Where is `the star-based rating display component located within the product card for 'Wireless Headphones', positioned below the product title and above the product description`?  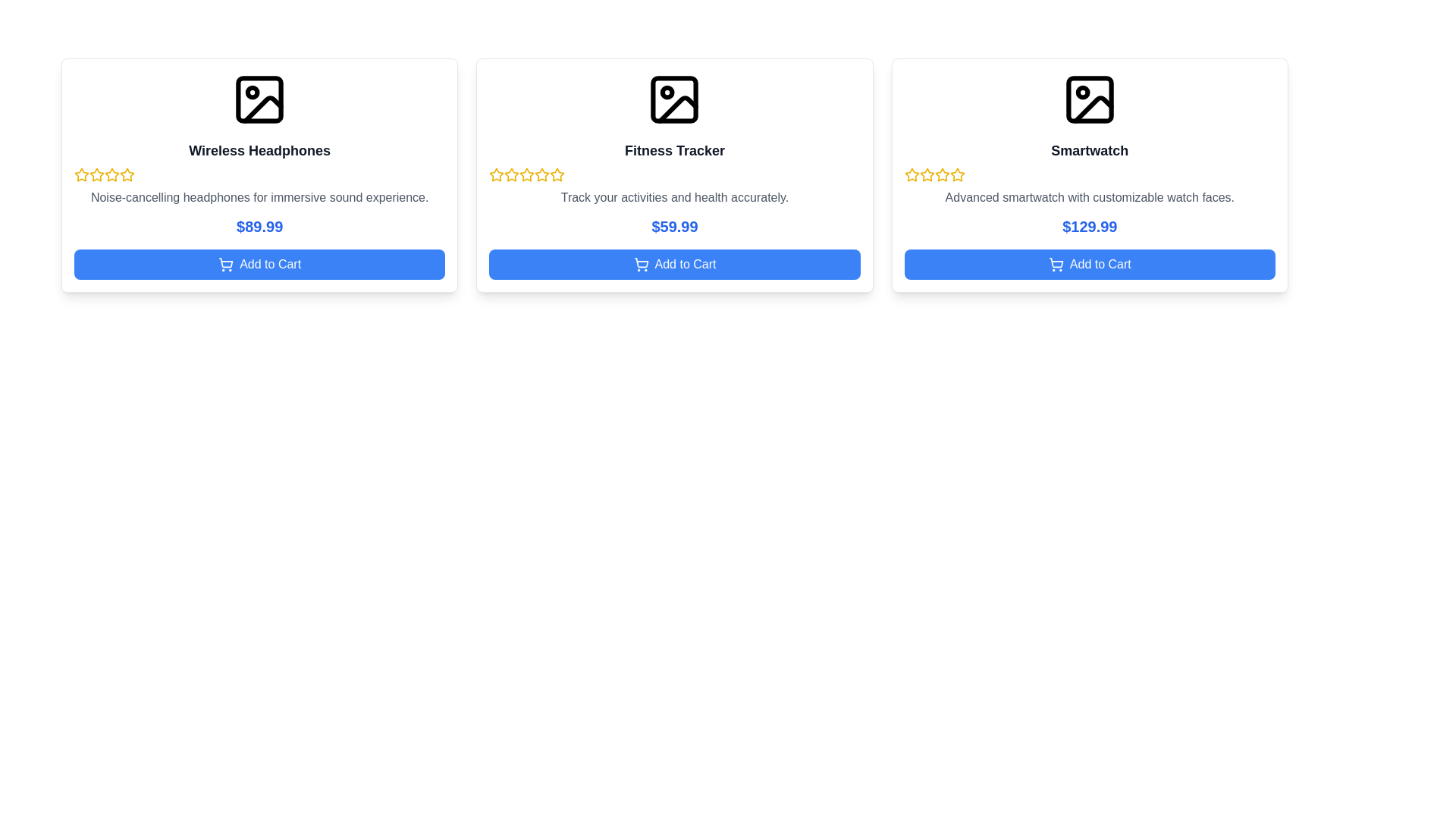 the star-based rating display component located within the product card for 'Wireless Headphones', positioned below the product title and above the product description is located at coordinates (259, 174).